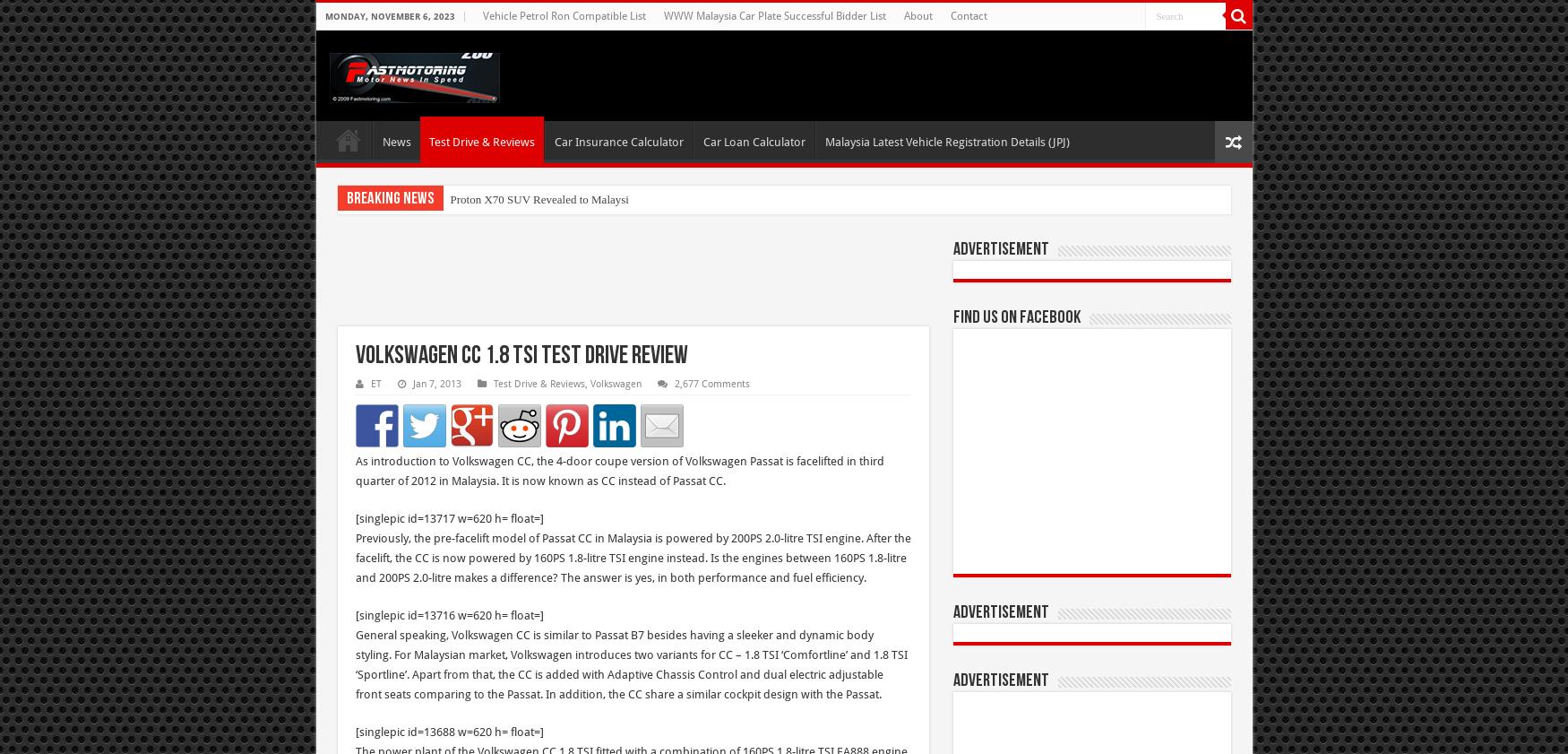 This screenshot has width=1568, height=754. I want to click on 'Test Drive & Reviews', so click(538, 384).